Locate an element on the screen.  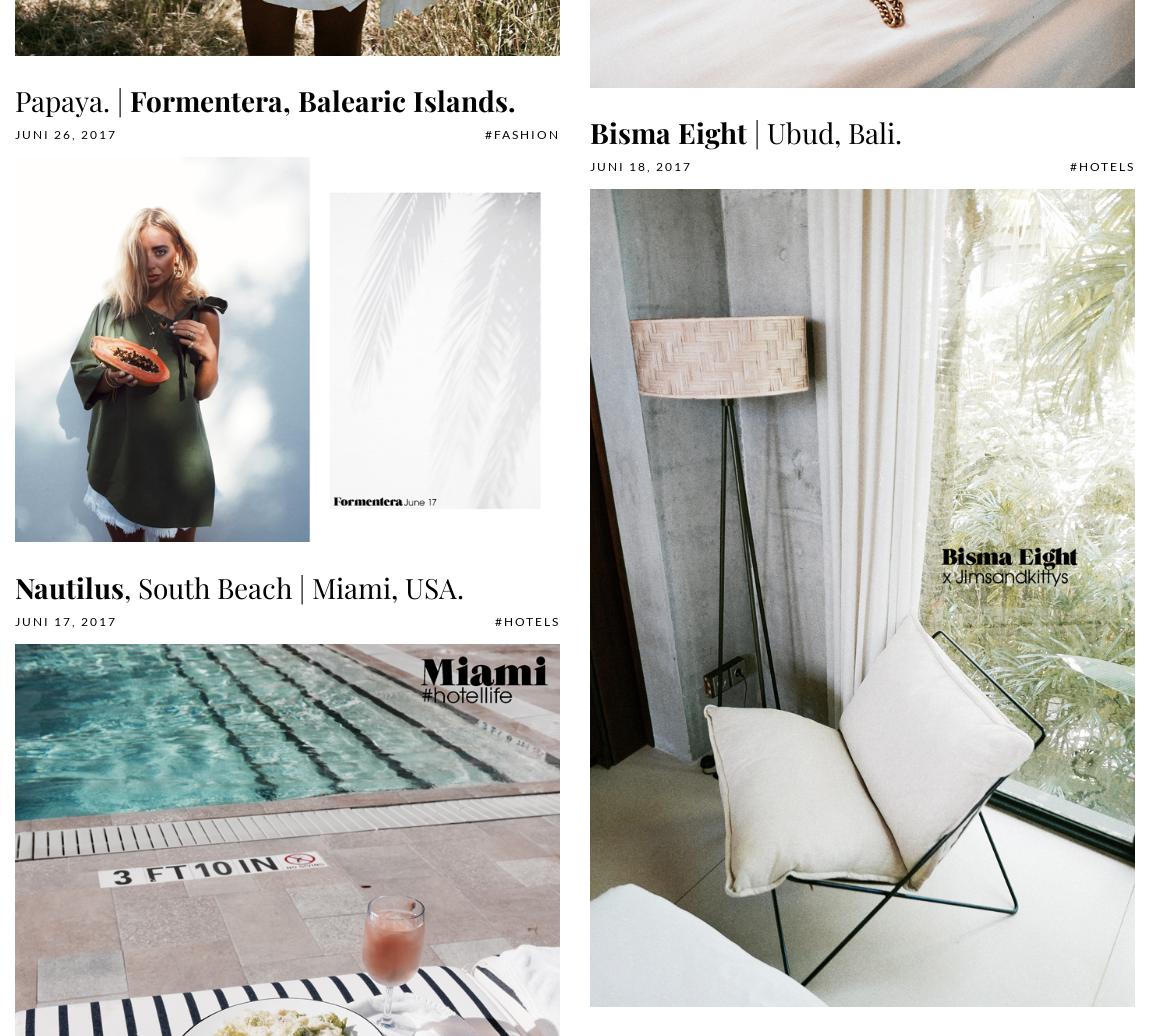
', South Beach | Miami, USA.' is located at coordinates (294, 587).